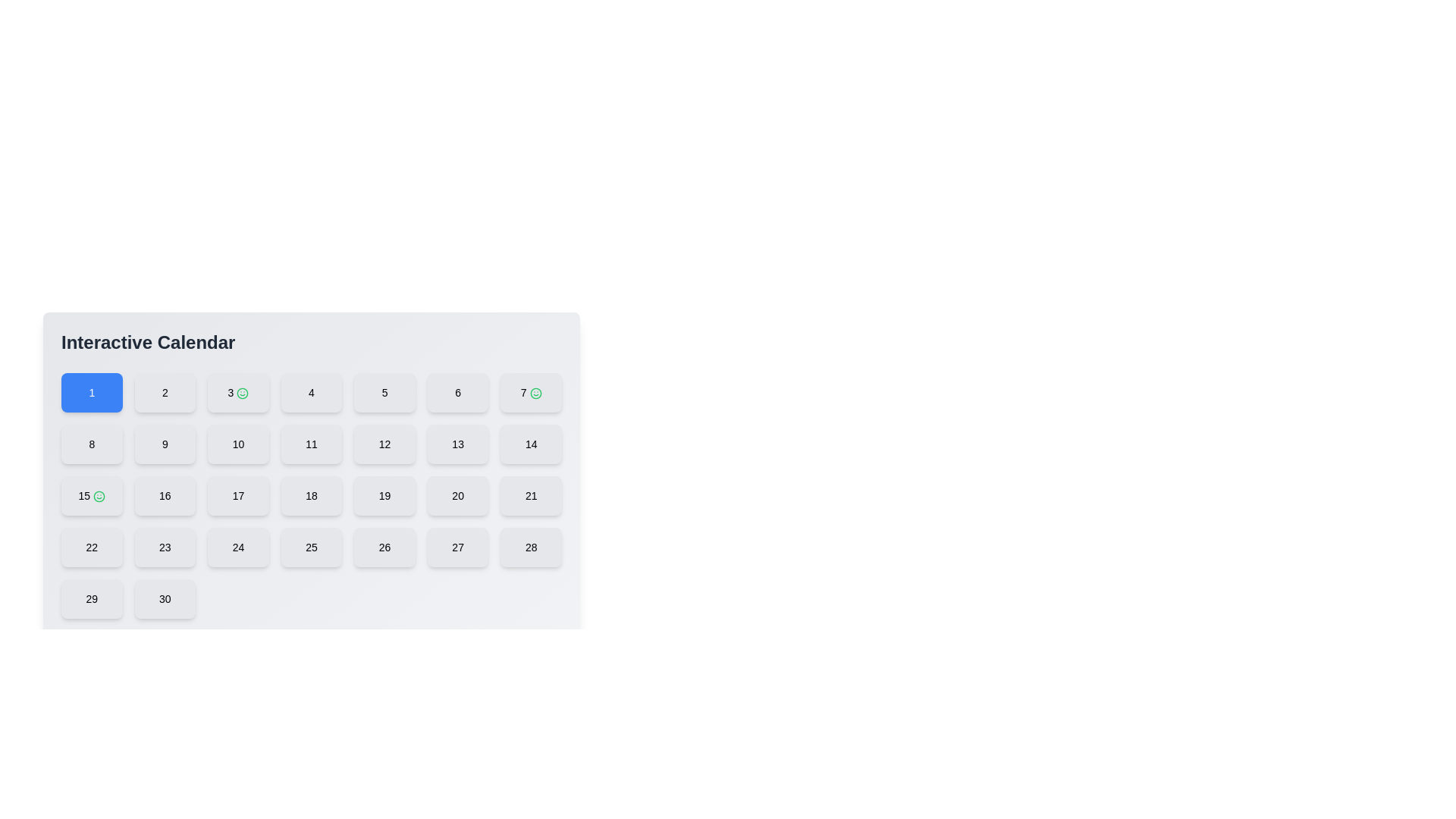  Describe the element at coordinates (457, 496) in the screenshot. I see `the interactive calendar day button representing the 20th day of the month` at that location.